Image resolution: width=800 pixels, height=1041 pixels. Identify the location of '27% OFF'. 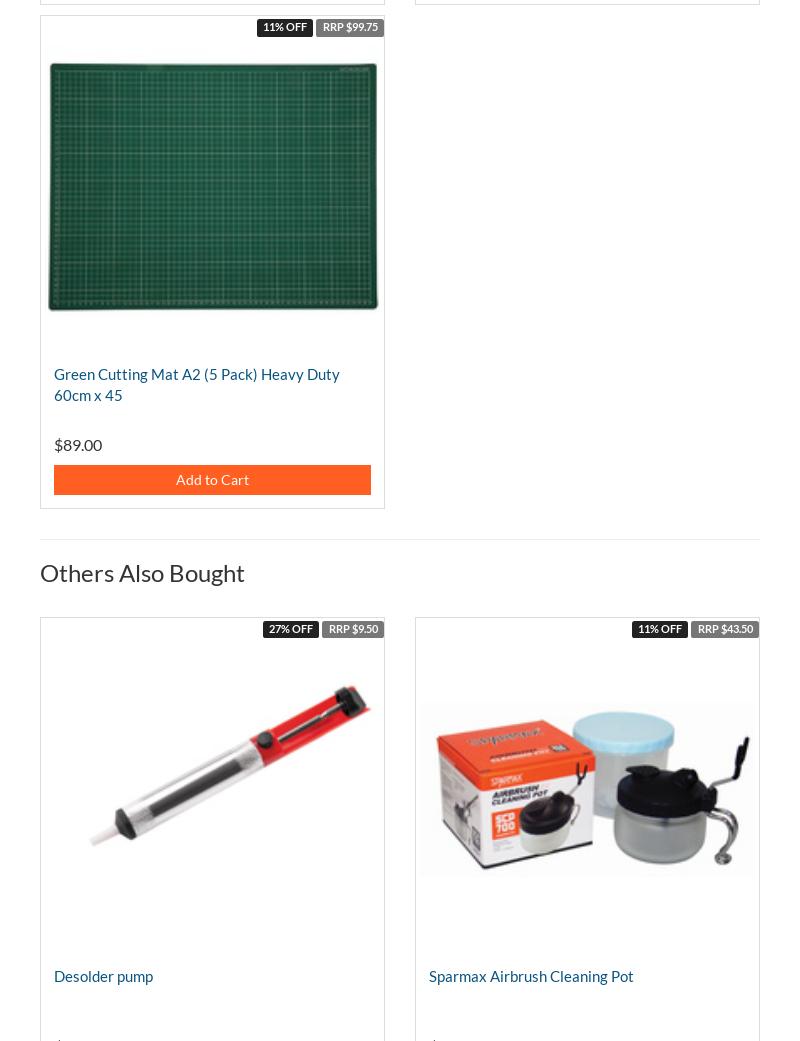
(291, 627).